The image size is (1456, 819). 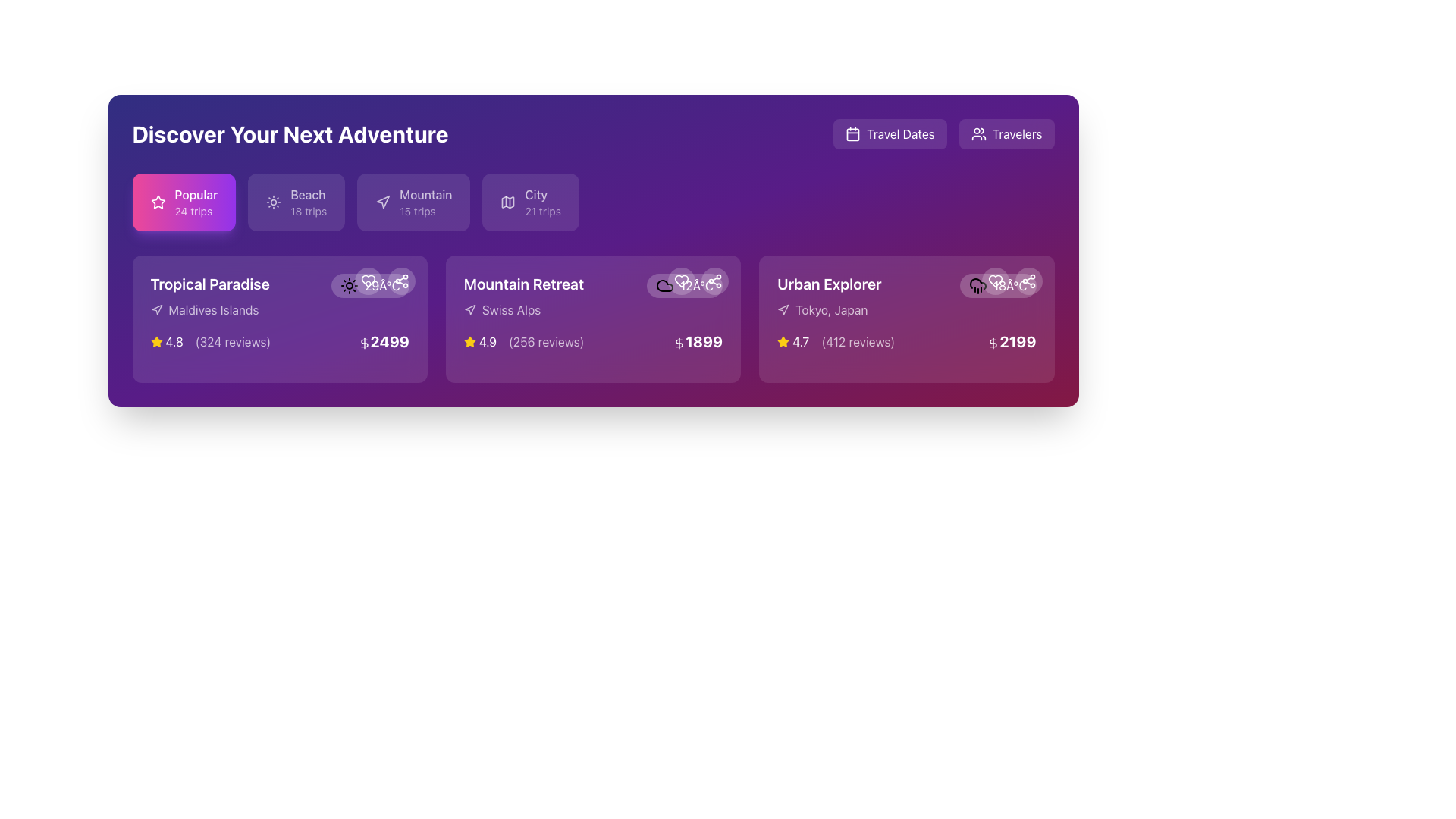 What do you see at coordinates (524, 296) in the screenshot?
I see `the Text Display element that features 'Mountain Retreat' and 'Swiss Alps', which is located in the second card from the left under 'Discover Your Next Adventure'` at bounding box center [524, 296].